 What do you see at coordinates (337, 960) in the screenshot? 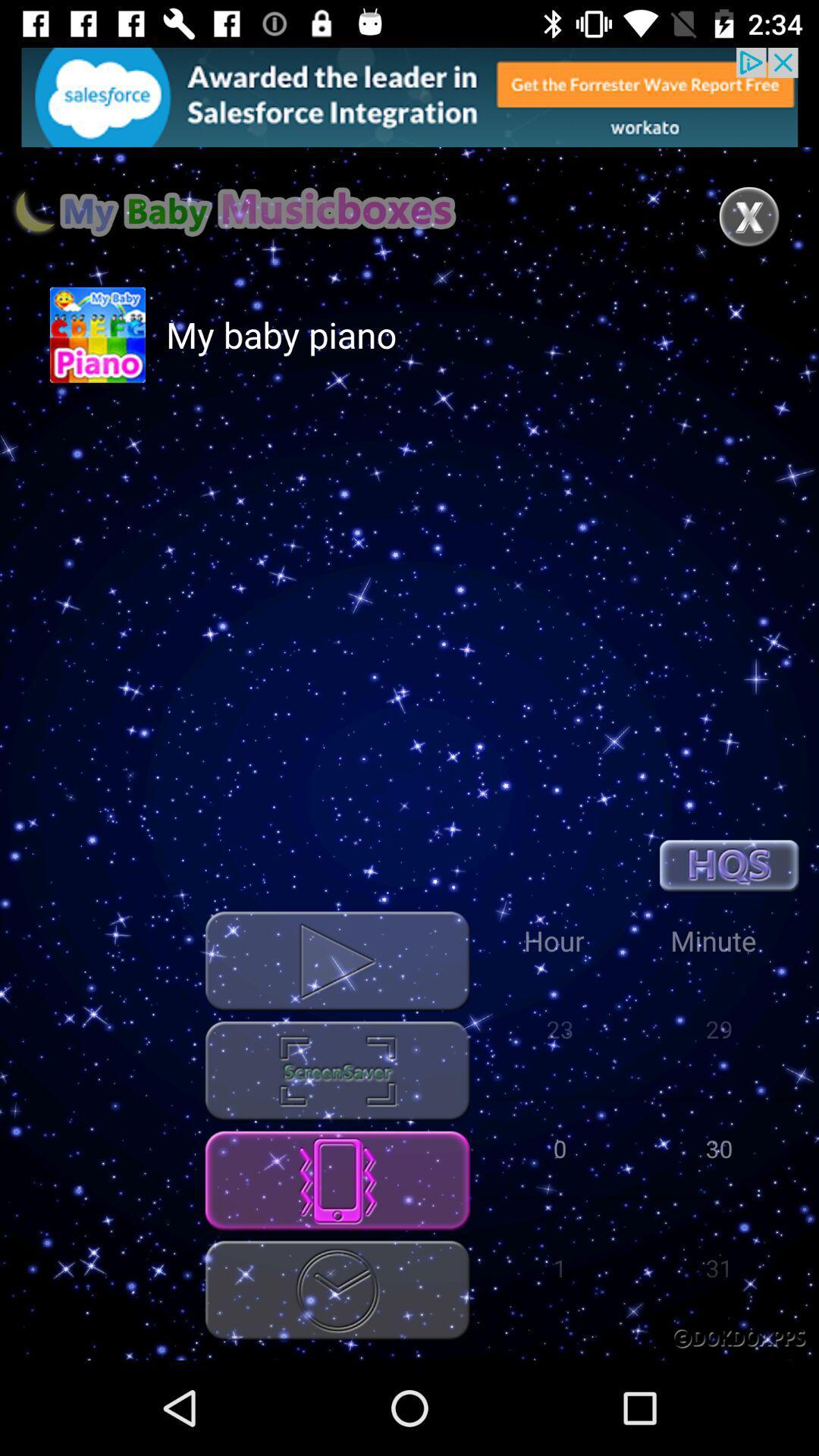
I see `button` at bounding box center [337, 960].